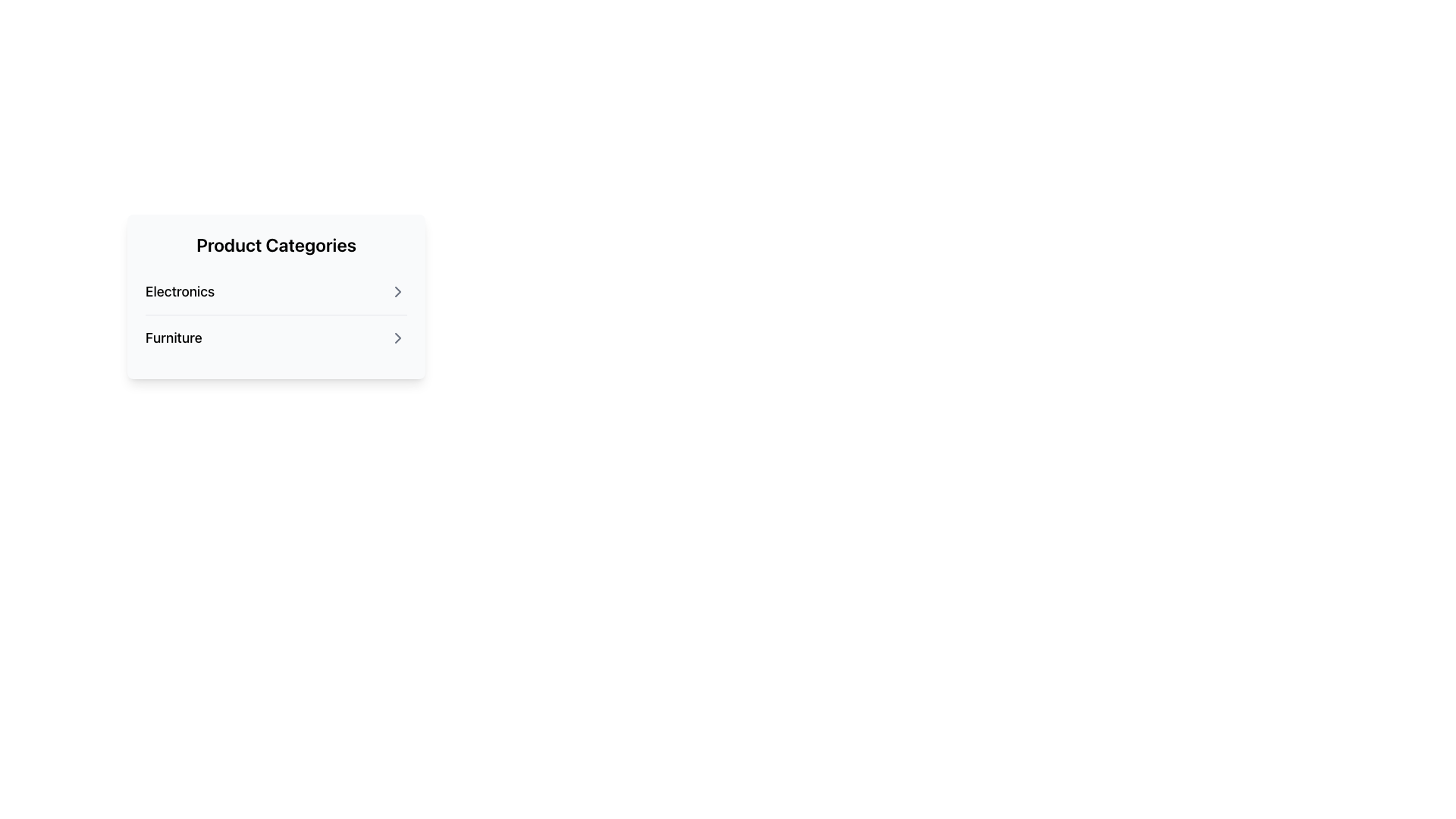 The width and height of the screenshot is (1456, 819). What do you see at coordinates (397, 292) in the screenshot?
I see `the chevron-shaped arrow button located immediately to the right of the 'Electronics' label in the 'Product Categories' section` at bounding box center [397, 292].